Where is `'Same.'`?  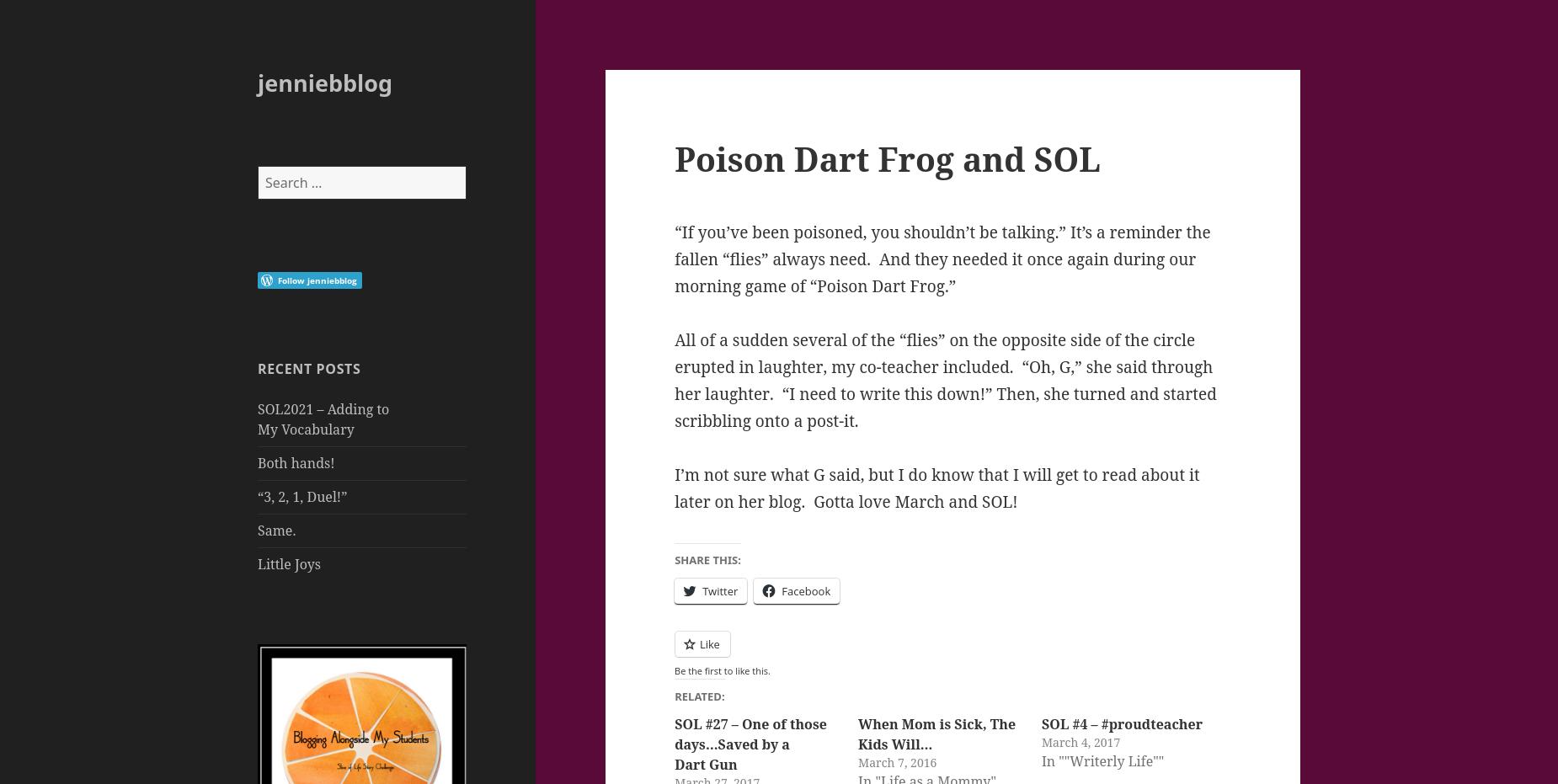
'Same.' is located at coordinates (275, 531).